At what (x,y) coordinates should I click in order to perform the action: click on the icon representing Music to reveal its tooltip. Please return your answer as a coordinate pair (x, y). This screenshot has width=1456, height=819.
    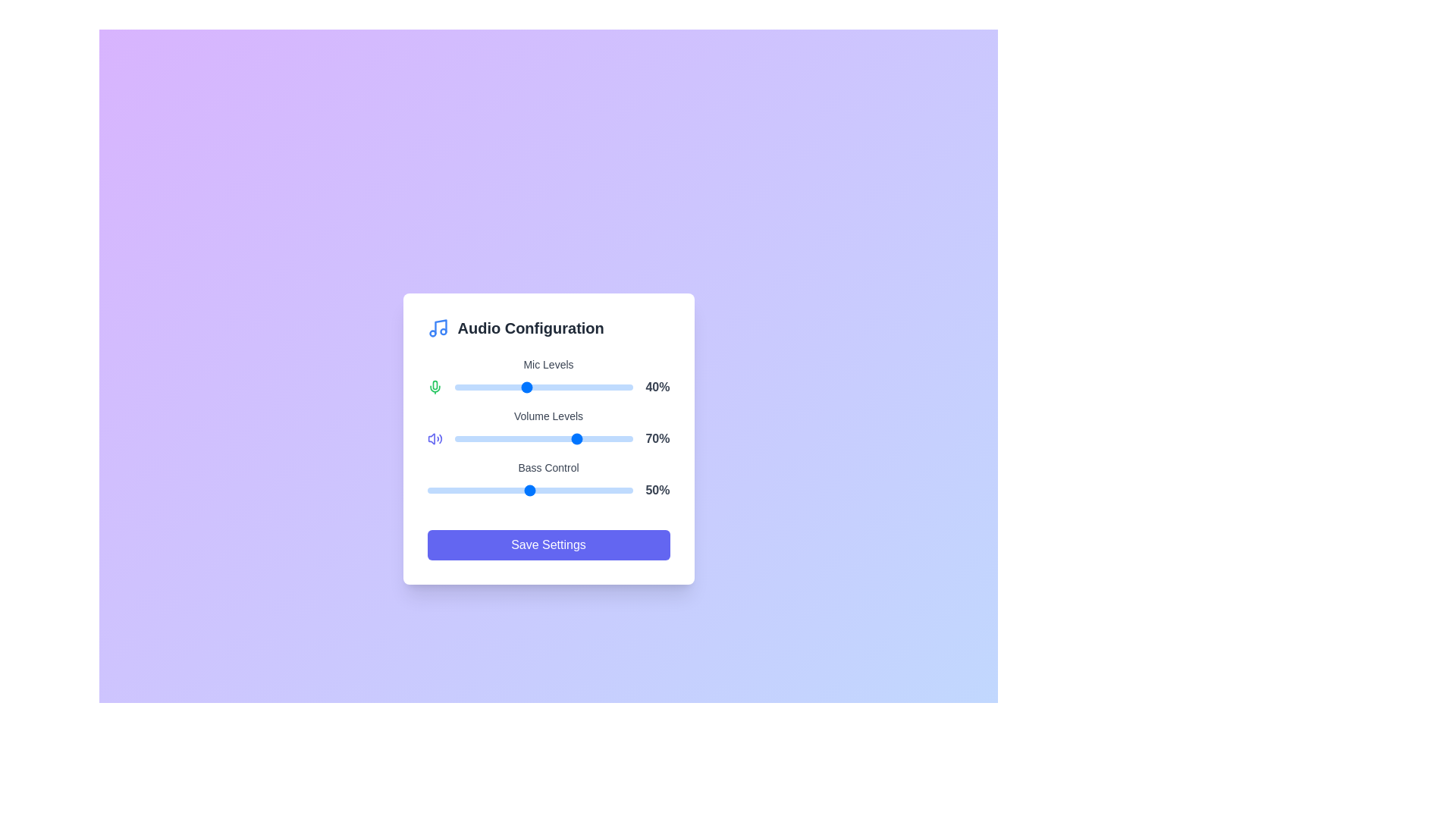
    Looking at the image, I should click on (437, 327).